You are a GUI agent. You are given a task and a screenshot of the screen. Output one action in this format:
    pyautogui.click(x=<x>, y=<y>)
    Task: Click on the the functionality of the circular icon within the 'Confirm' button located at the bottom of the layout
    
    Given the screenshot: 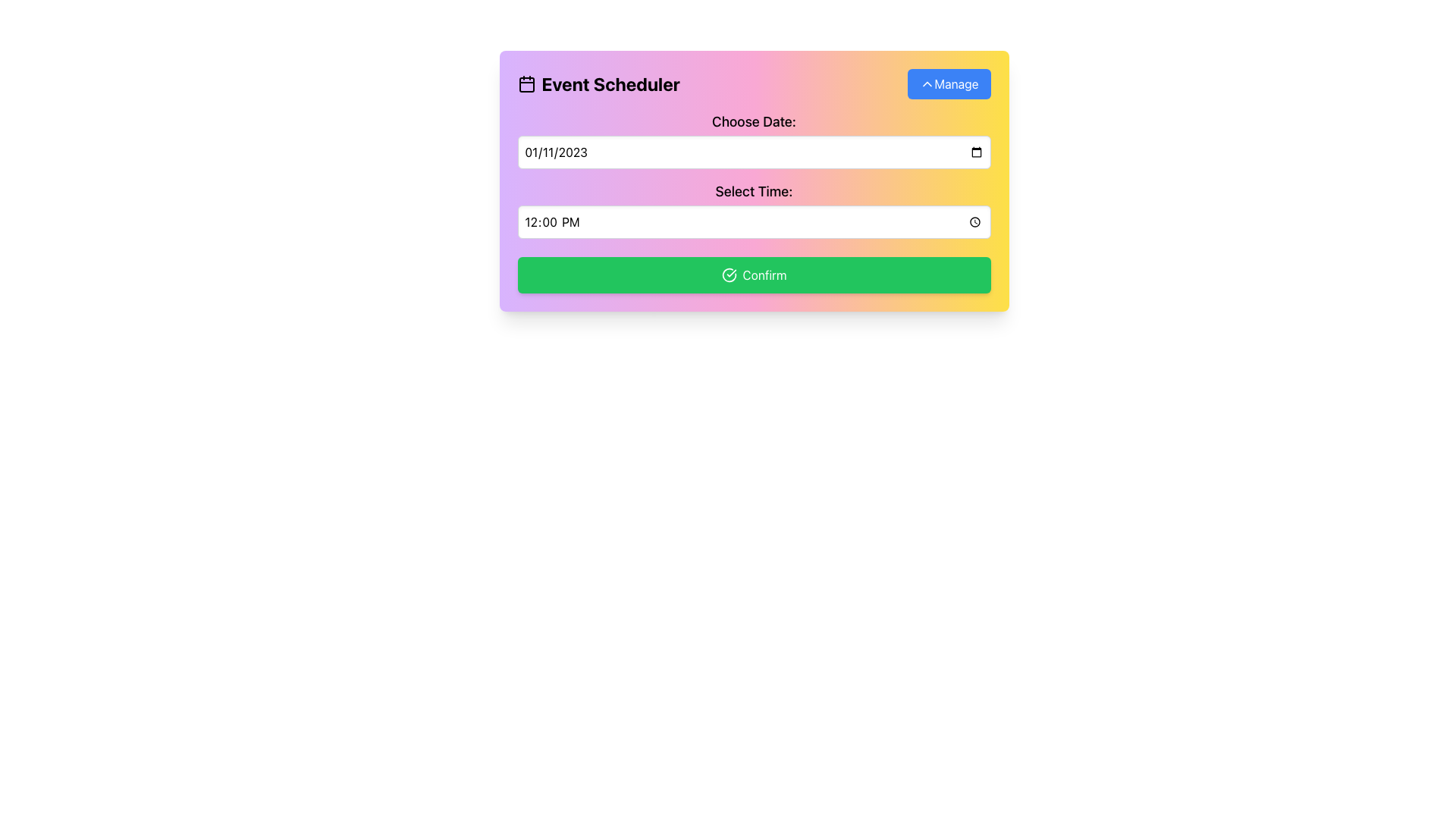 What is the action you would take?
    pyautogui.click(x=729, y=275)
    